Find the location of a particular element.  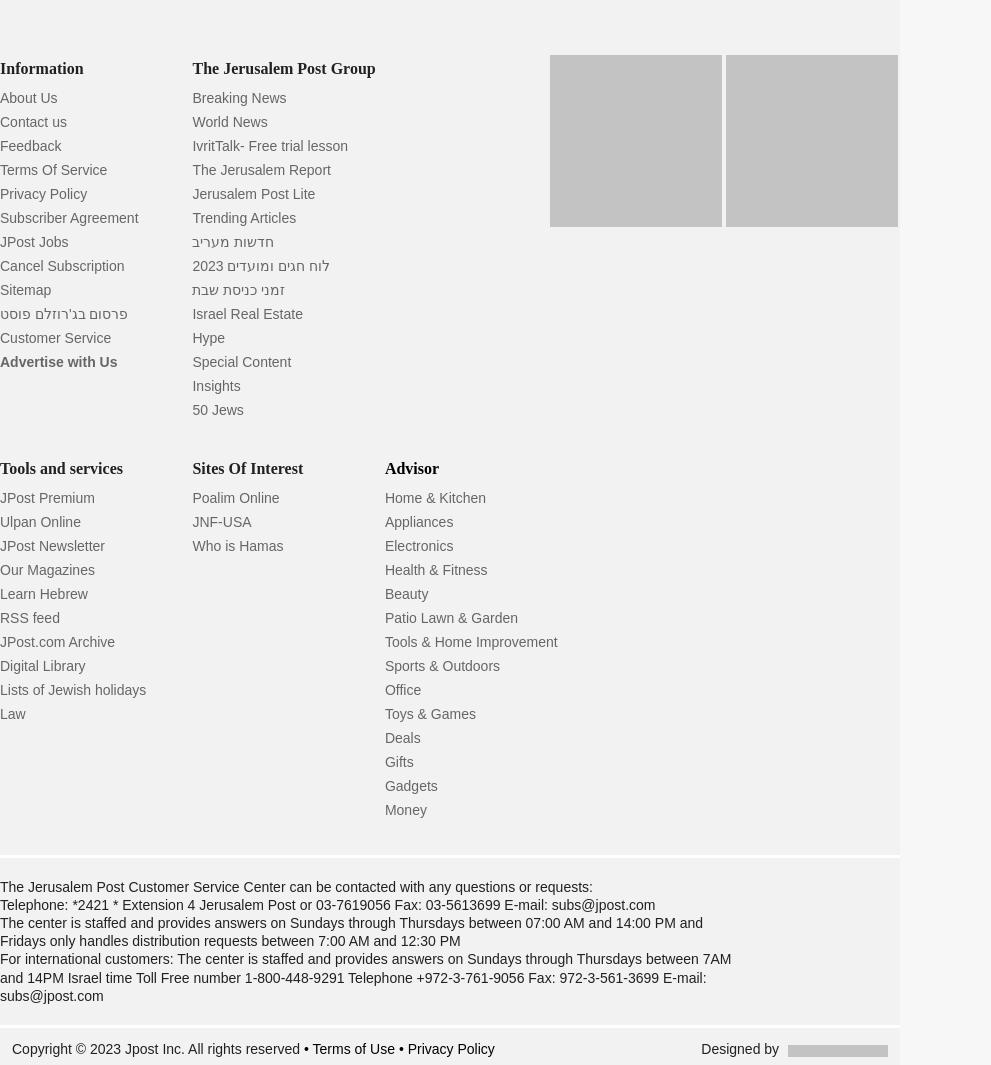

'Copyright © 2023 Jpost Inc. All rights reserved' is located at coordinates (157, 1047).